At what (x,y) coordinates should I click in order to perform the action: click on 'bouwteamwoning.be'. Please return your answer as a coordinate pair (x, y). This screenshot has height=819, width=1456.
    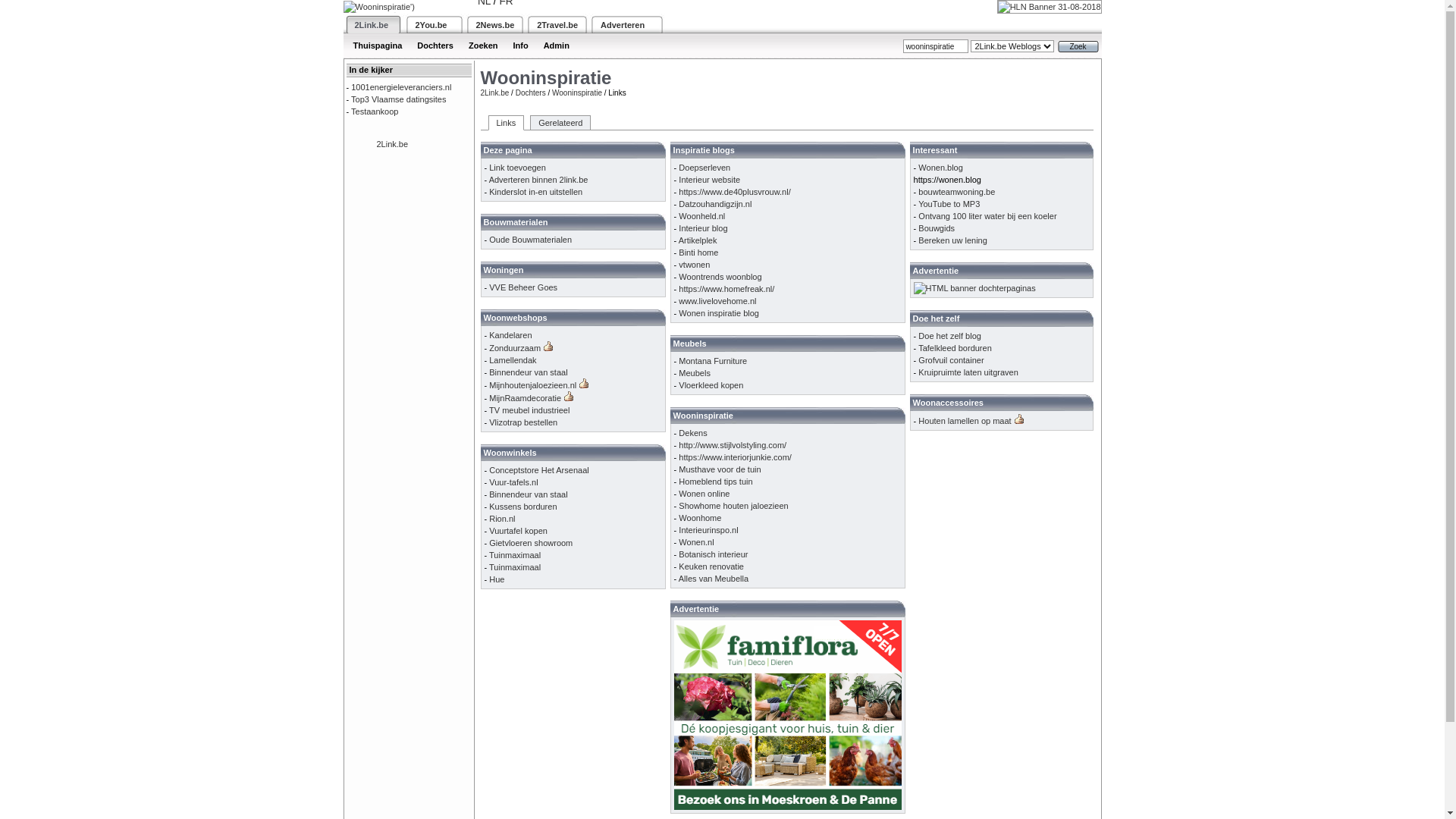
    Looking at the image, I should click on (955, 191).